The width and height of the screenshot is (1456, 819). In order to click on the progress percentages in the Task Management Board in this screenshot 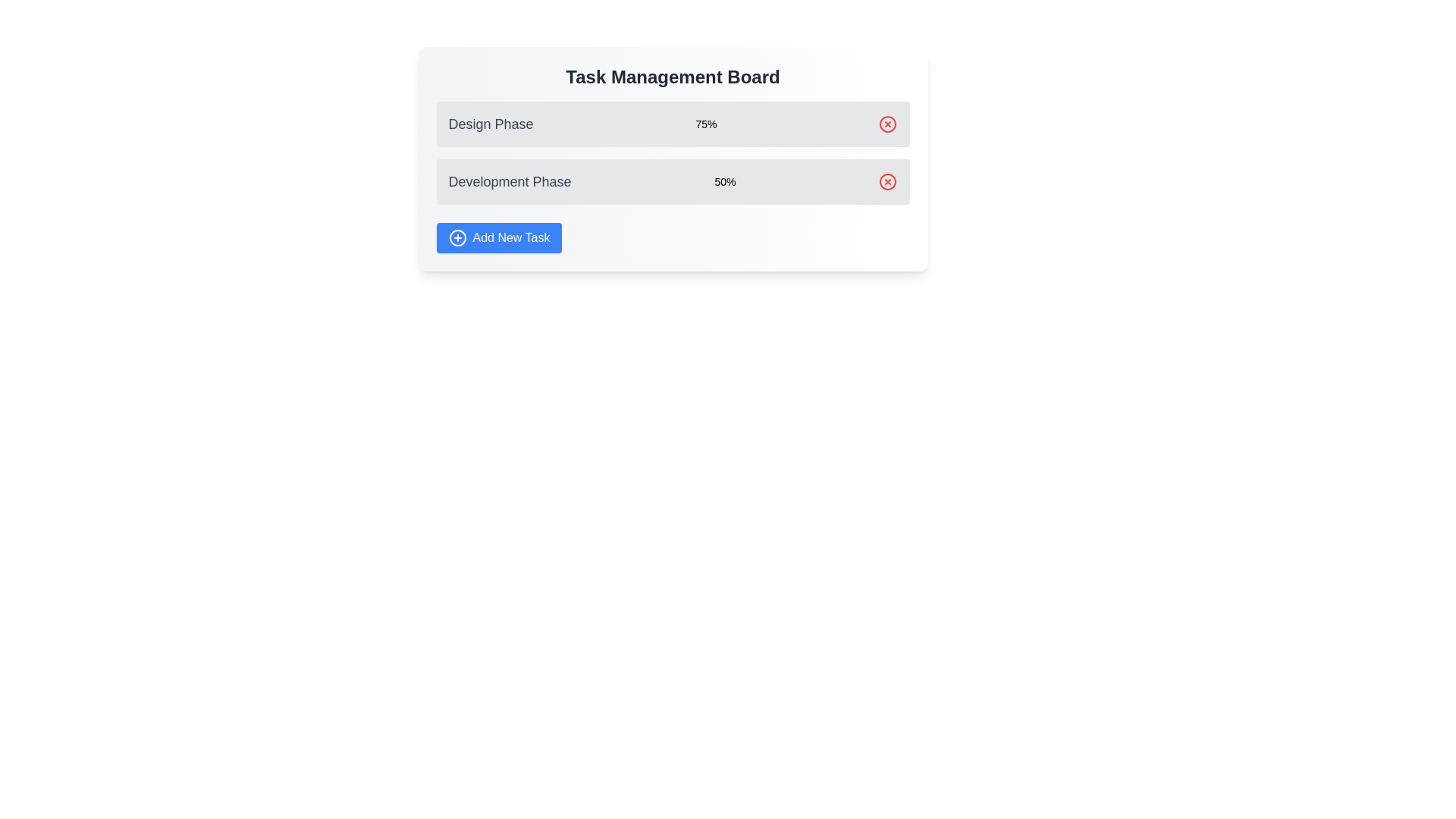, I will do `click(672, 158)`.